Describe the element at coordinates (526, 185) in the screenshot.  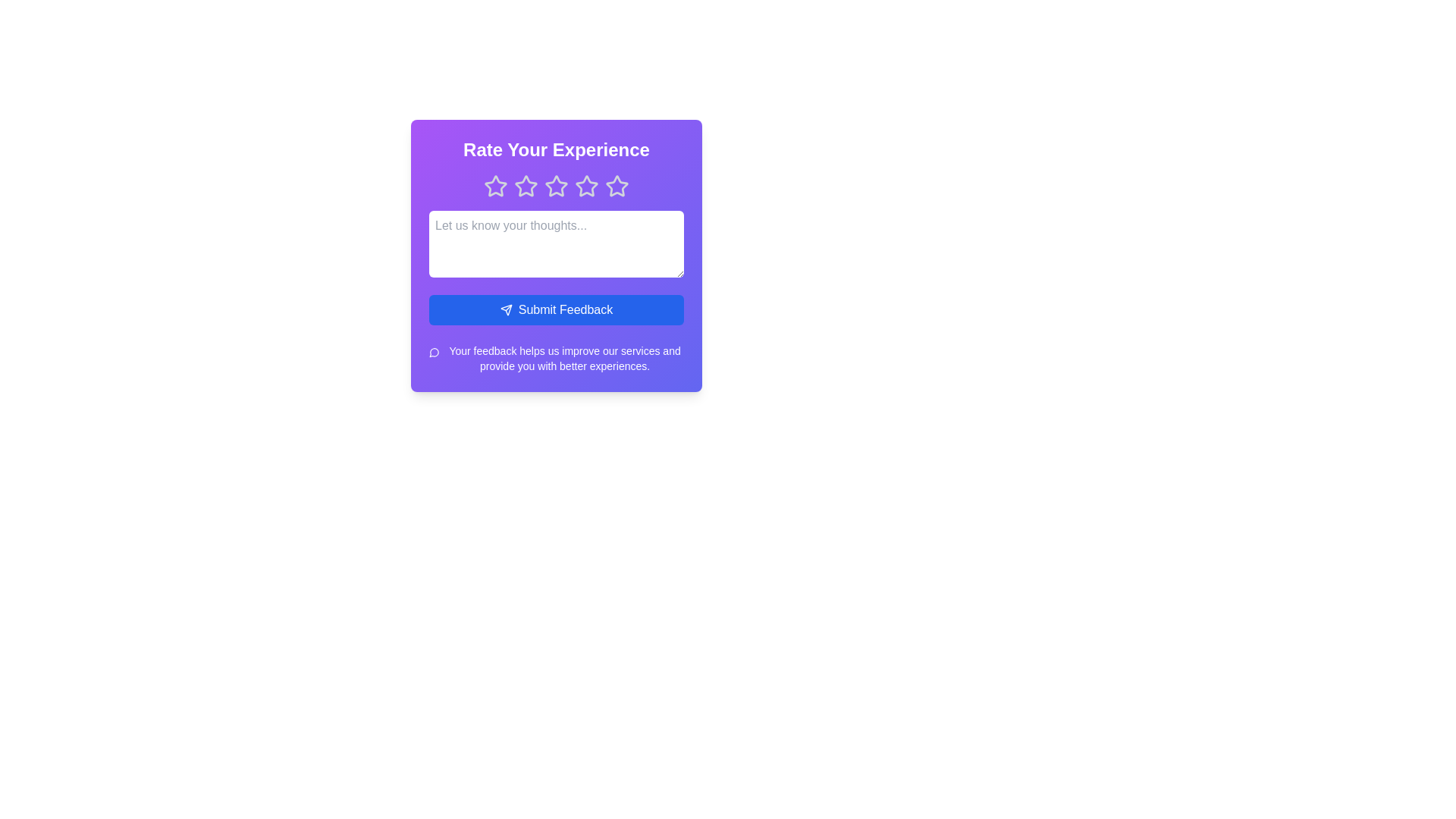
I see `the second star-shaped icon with a purple background and grayish borders in the 'Rate Your Experience' panel to rate` at that location.